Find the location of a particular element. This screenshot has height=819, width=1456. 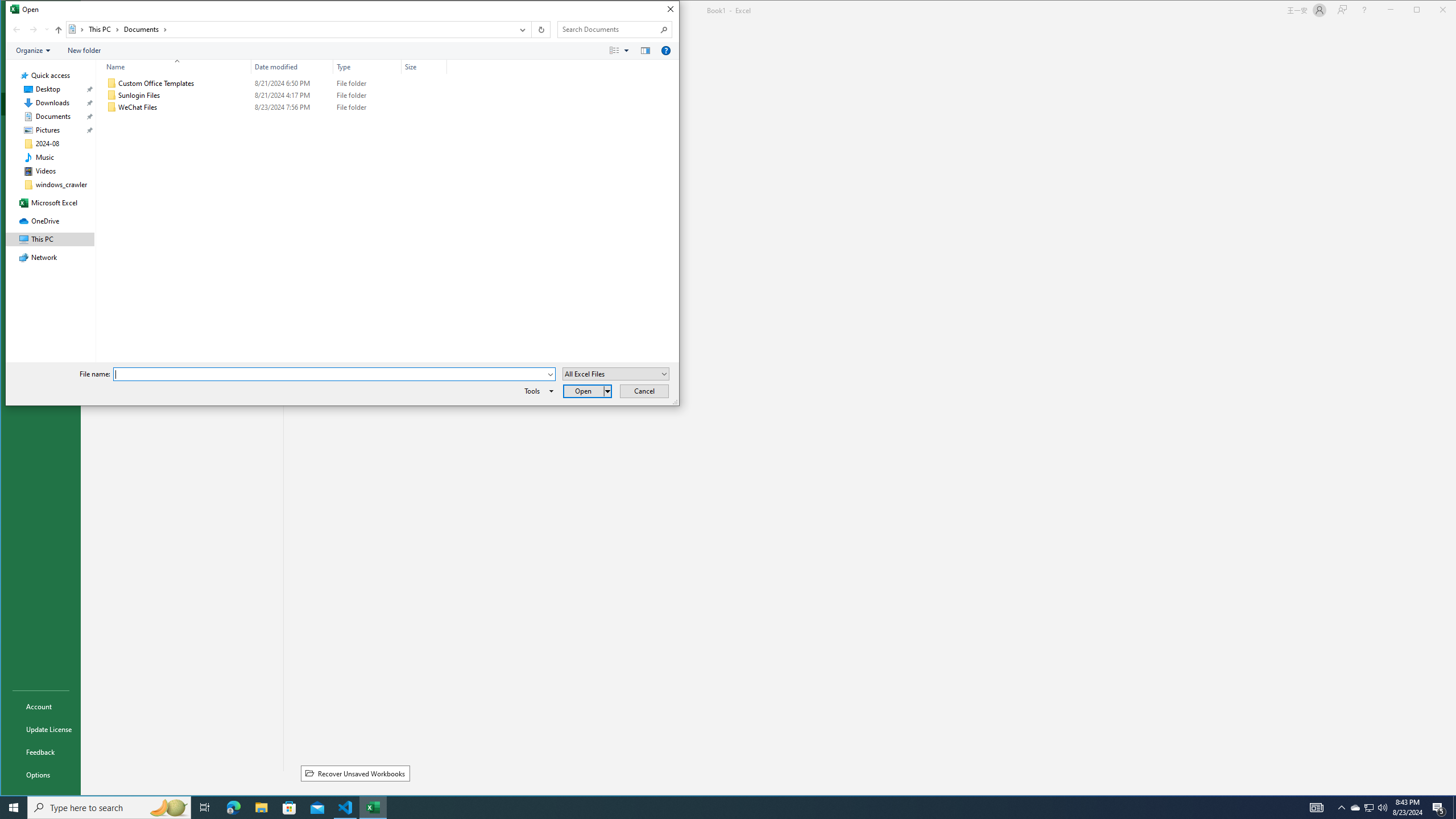

'Previous Locations' is located at coordinates (522, 29).